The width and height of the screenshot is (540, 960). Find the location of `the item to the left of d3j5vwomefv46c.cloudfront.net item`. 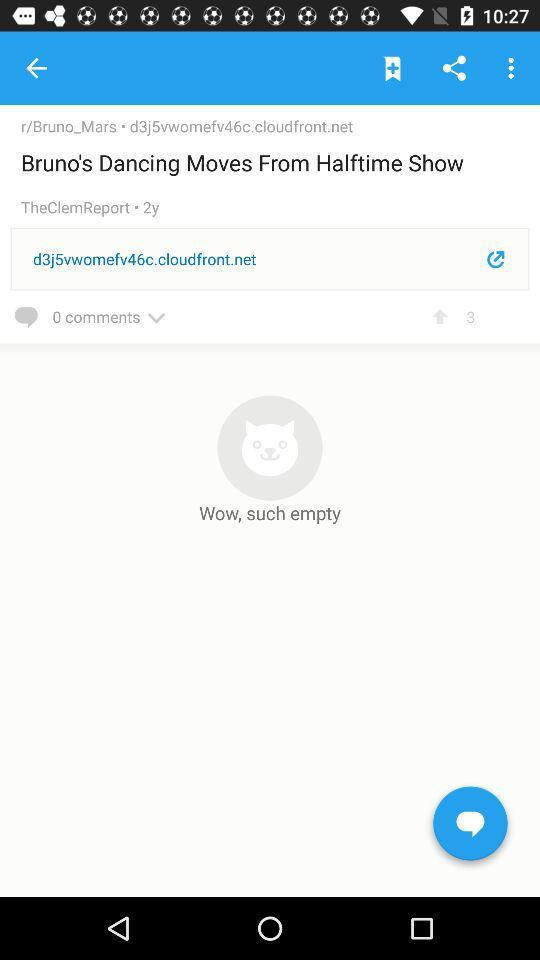

the item to the left of d3j5vwomefv46c.cloudfront.net item is located at coordinates (74, 125).